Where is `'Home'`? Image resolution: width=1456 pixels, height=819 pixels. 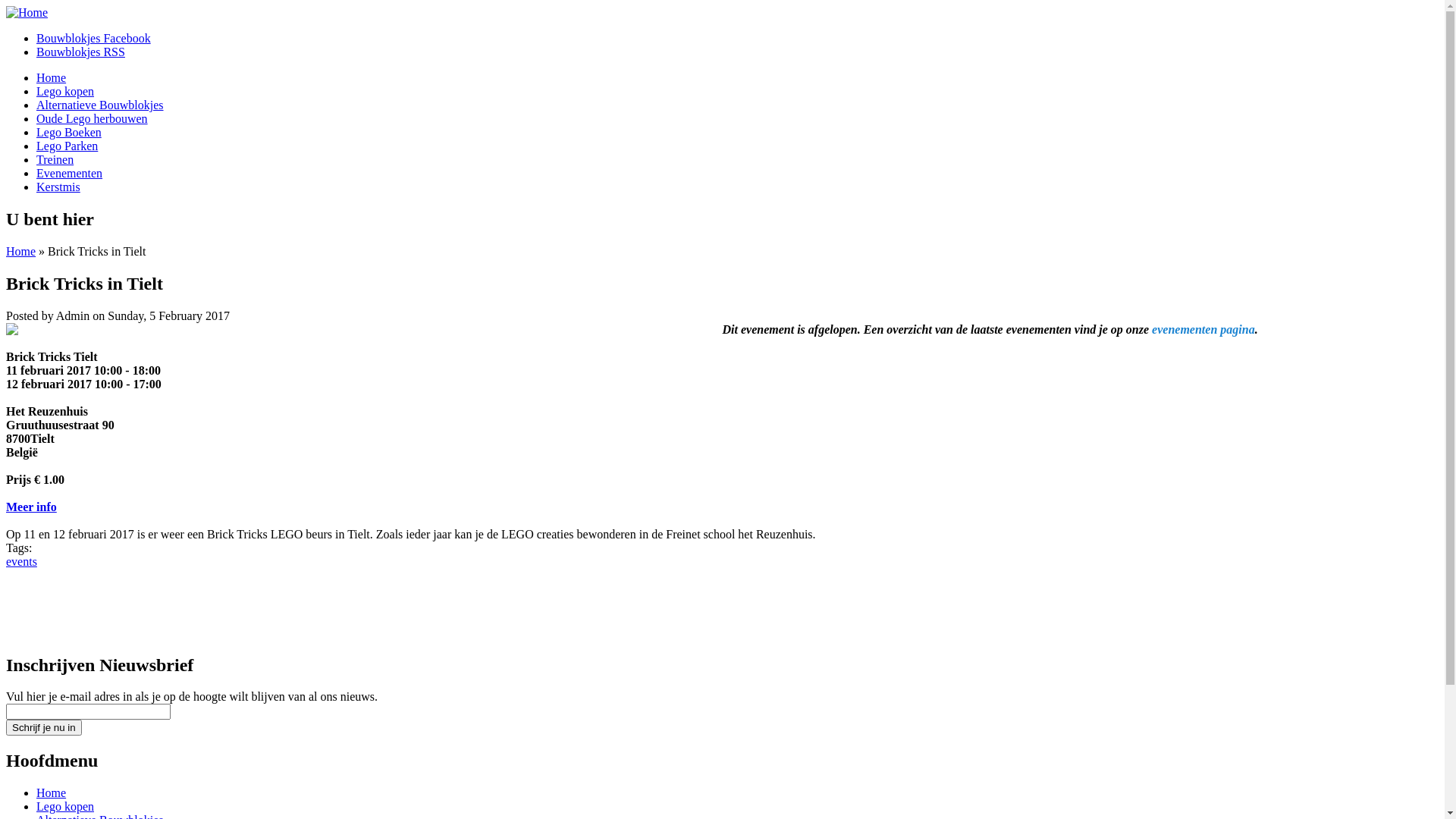 'Home' is located at coordinates (27, 12).